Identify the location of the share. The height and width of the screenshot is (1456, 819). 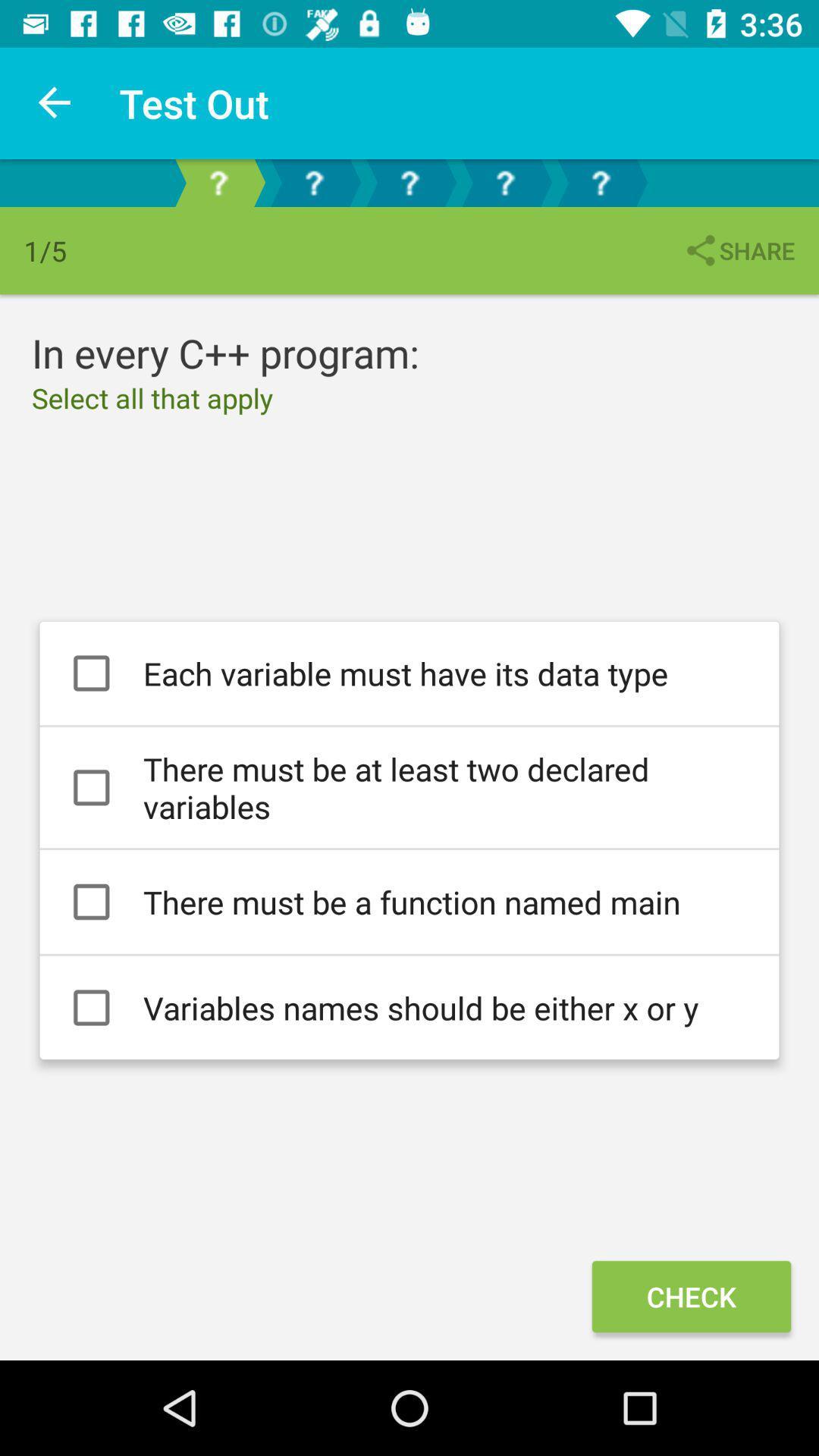
(738, 250).